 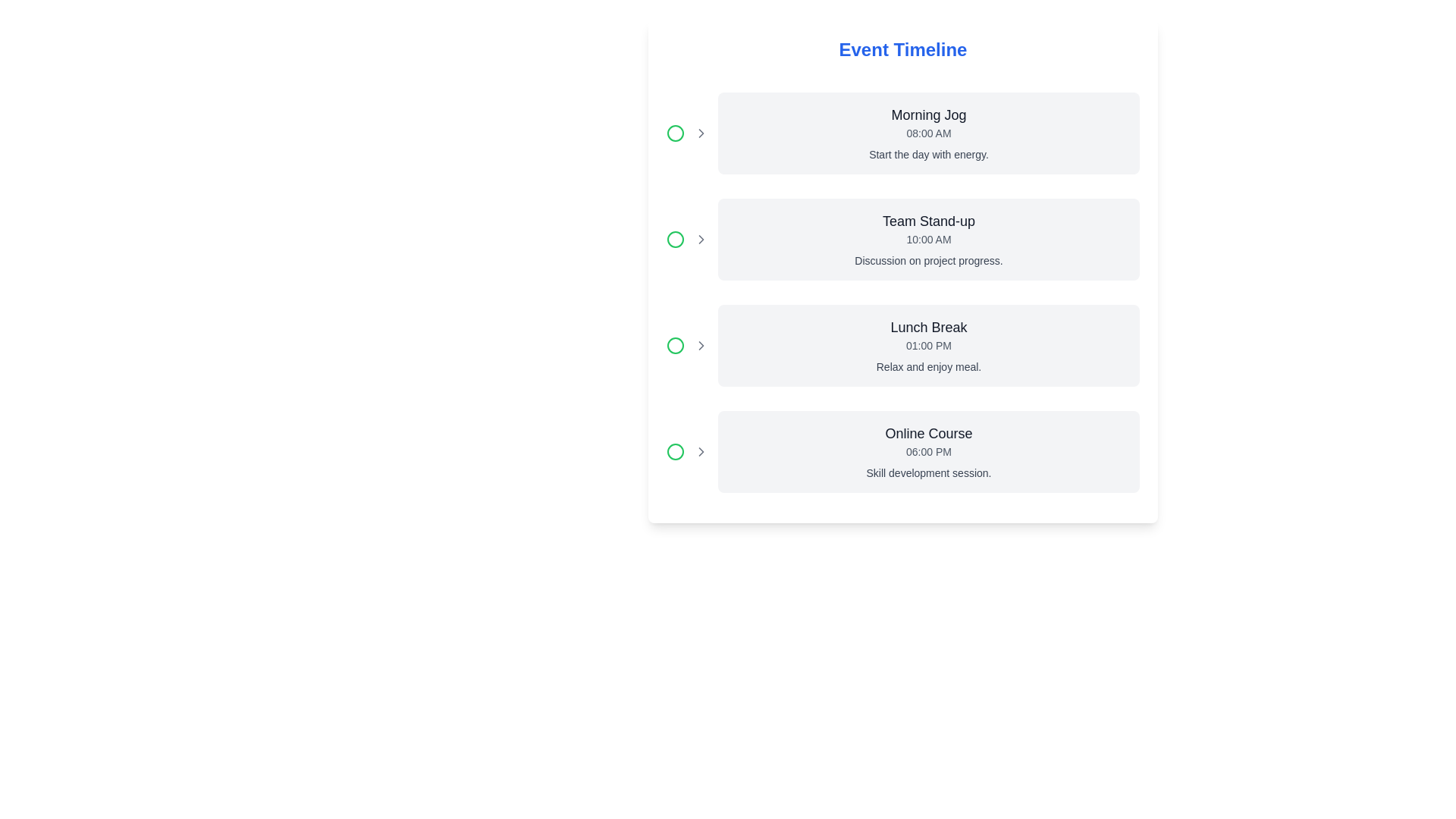 What do you see at coordinates (927, 259) in the screenshot?
I see `the text stating 'Discussion on project progress.' which is displayed in gray color beneath the 'Team Stand-up' card` at bounding box center [927, 259].